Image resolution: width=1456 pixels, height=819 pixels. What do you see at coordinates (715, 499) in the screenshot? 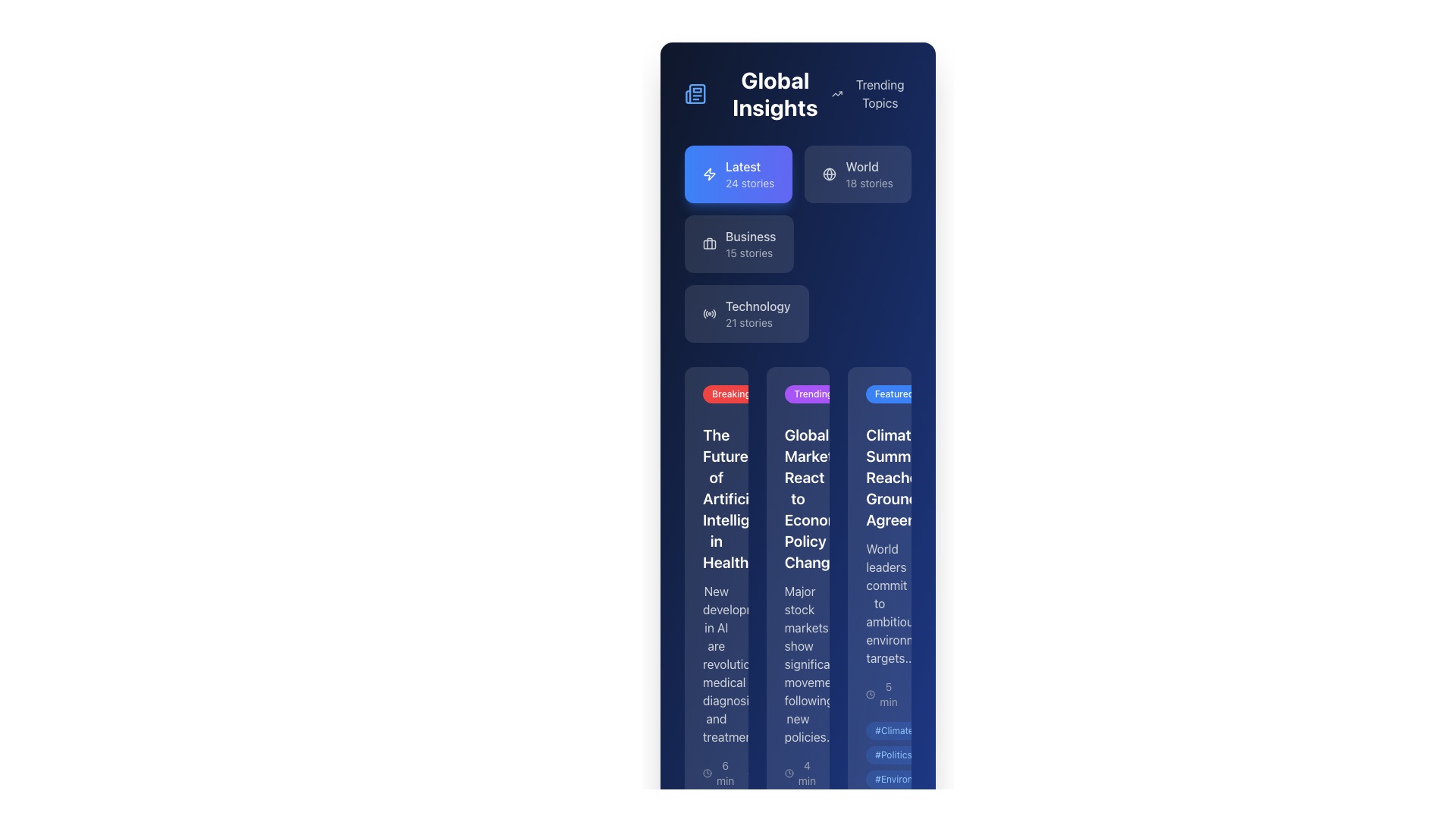
I see `the prominent headline text label 'The Future of Artificial Intelligence in Healthcare' to read the associated article` at bounding box center [715, 499].